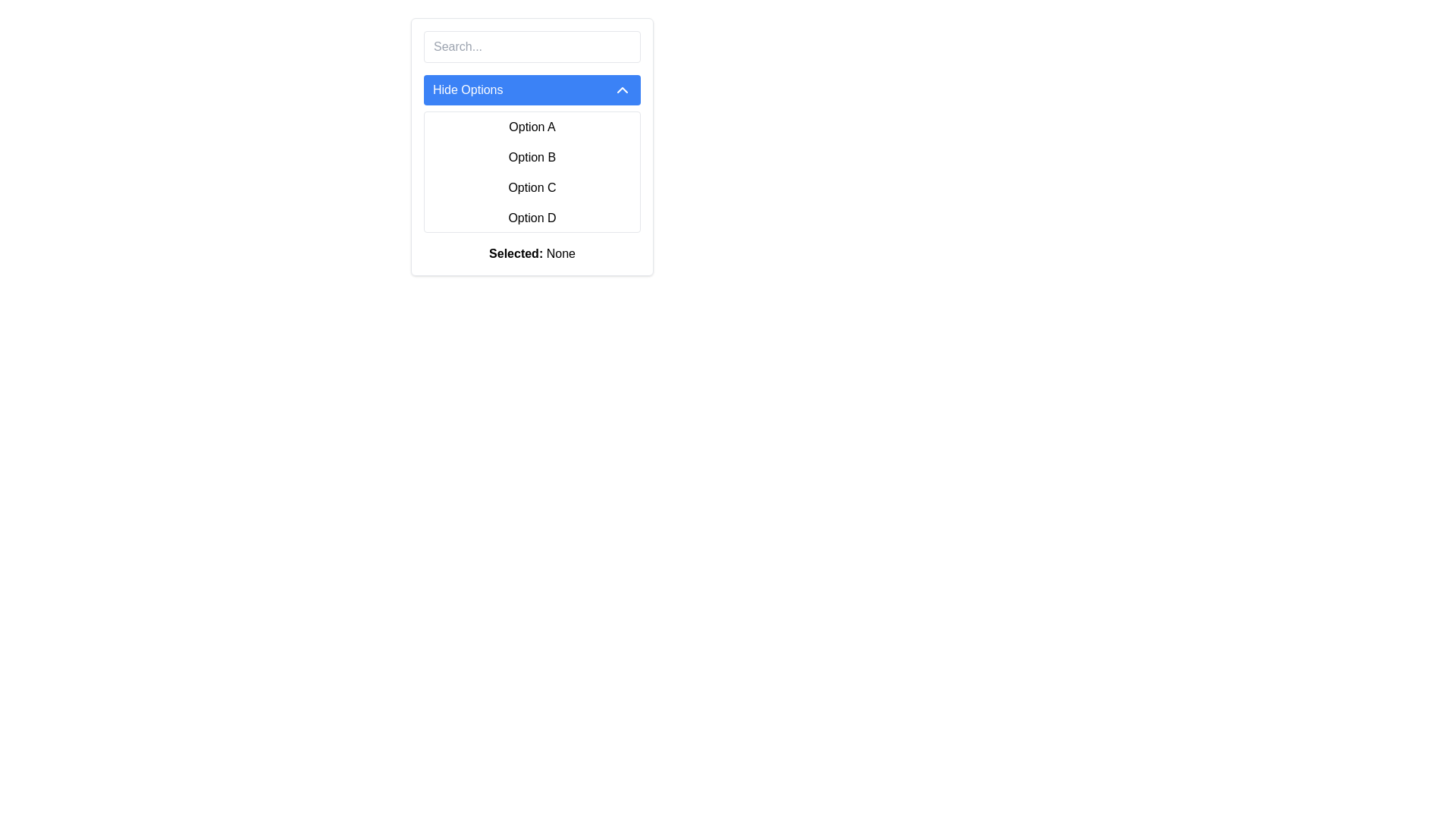  I want to click on the text label displaying 'Option B', so click(532, 158).